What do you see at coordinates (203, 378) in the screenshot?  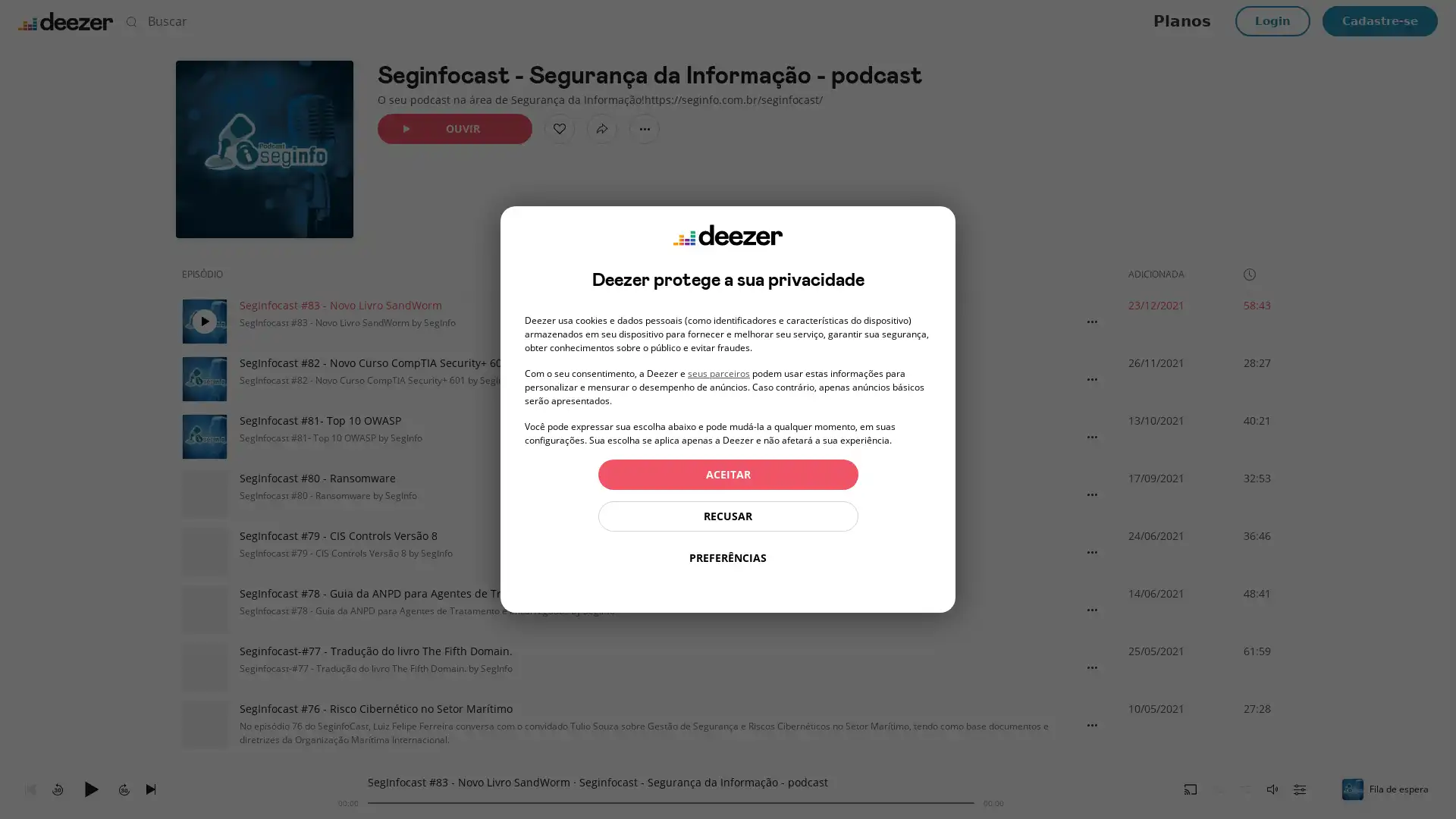 I see `Tocar SegInfocast #82 - Novo Curso CompTIA Security+ 601 por Seginfocast - Seguranca da Informacao - podcast` at bounding box center [203, 378].